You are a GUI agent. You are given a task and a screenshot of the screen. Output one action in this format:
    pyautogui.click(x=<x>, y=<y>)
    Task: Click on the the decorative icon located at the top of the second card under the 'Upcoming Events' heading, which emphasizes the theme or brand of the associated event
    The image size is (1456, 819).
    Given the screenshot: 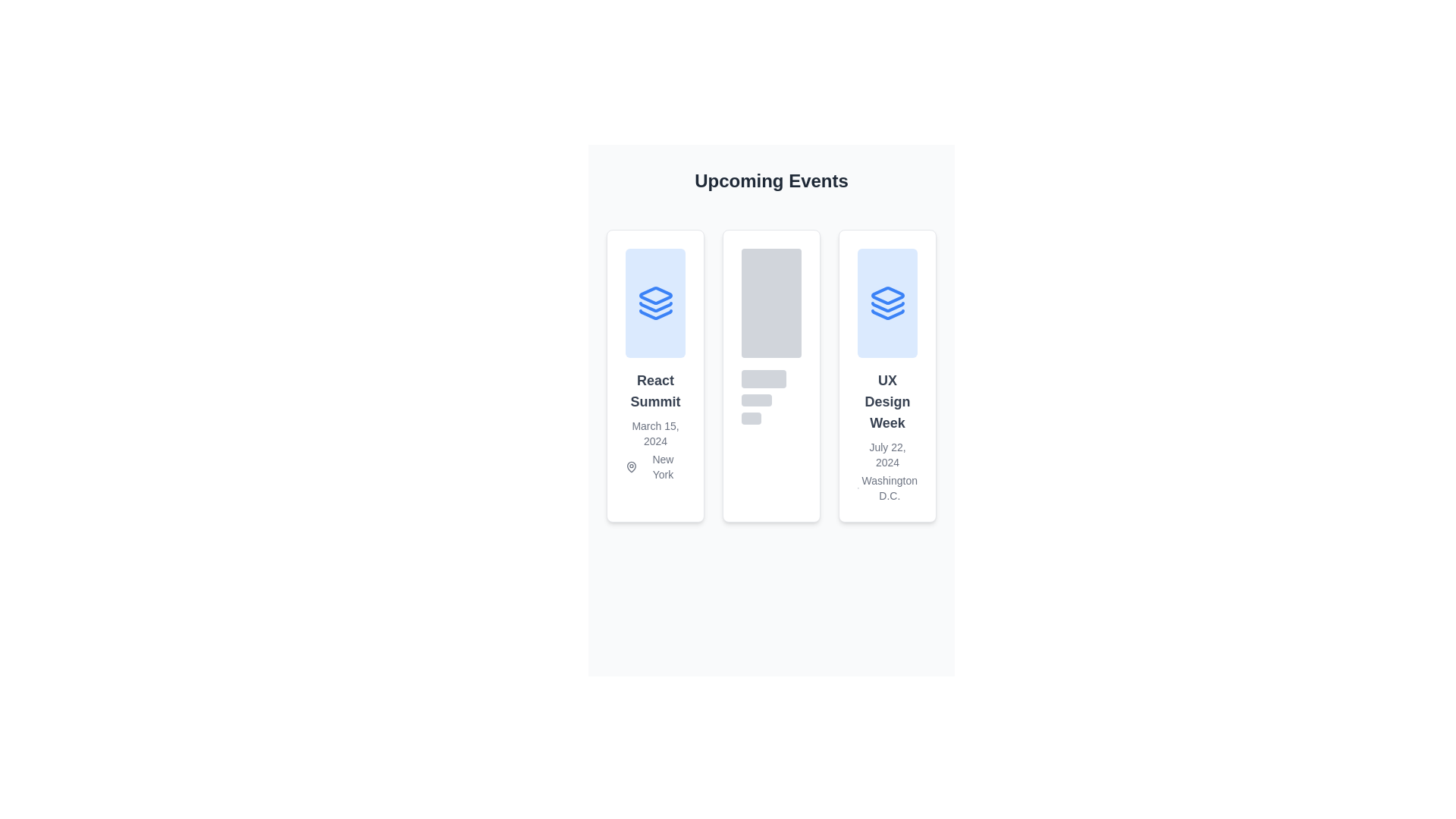 What is the action you would take?
    pyautogui.click(x=887, y=303)
    